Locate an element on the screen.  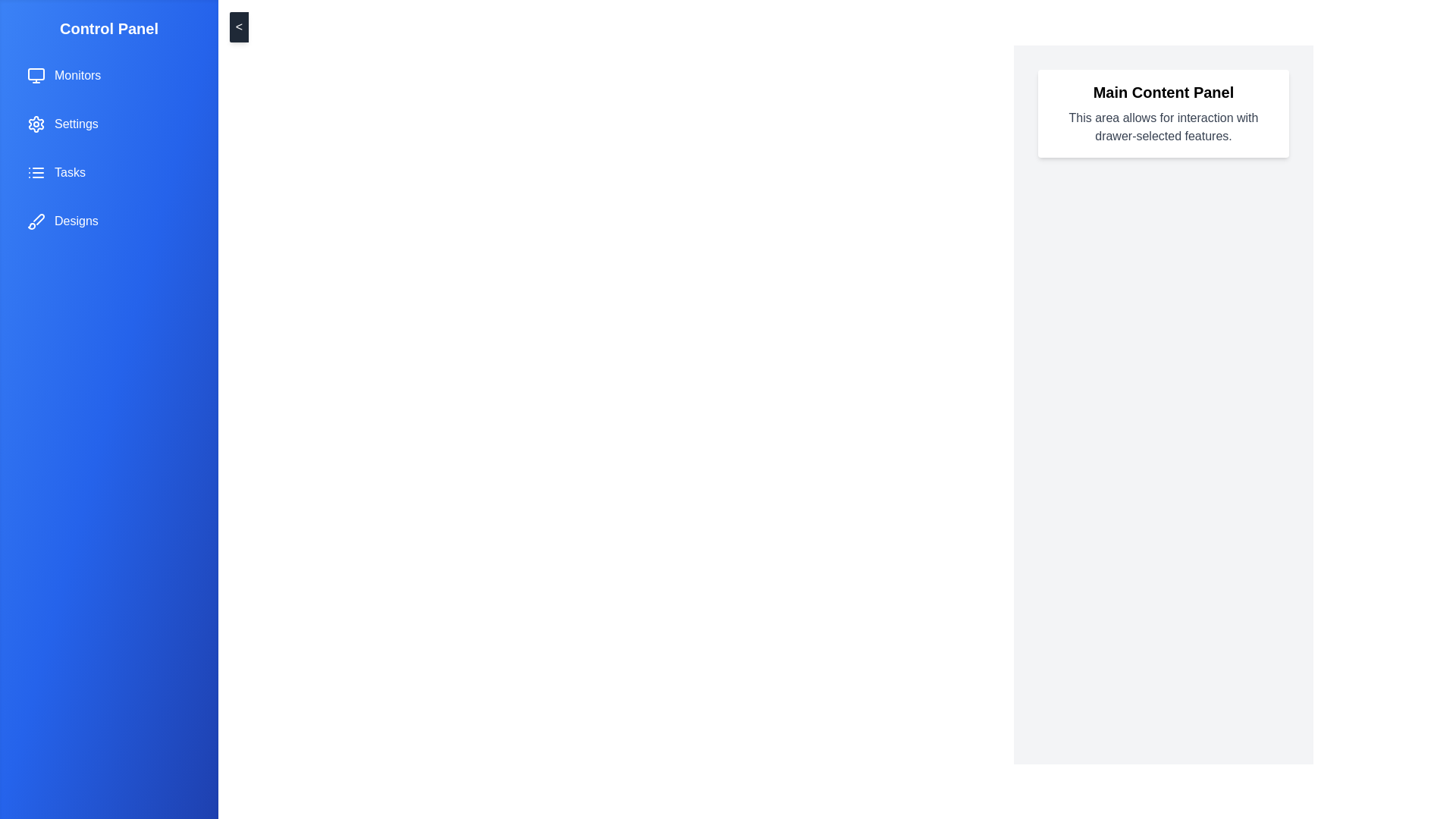
the menu item labeled Settings from the drawer is located at coordinates (108, 124).